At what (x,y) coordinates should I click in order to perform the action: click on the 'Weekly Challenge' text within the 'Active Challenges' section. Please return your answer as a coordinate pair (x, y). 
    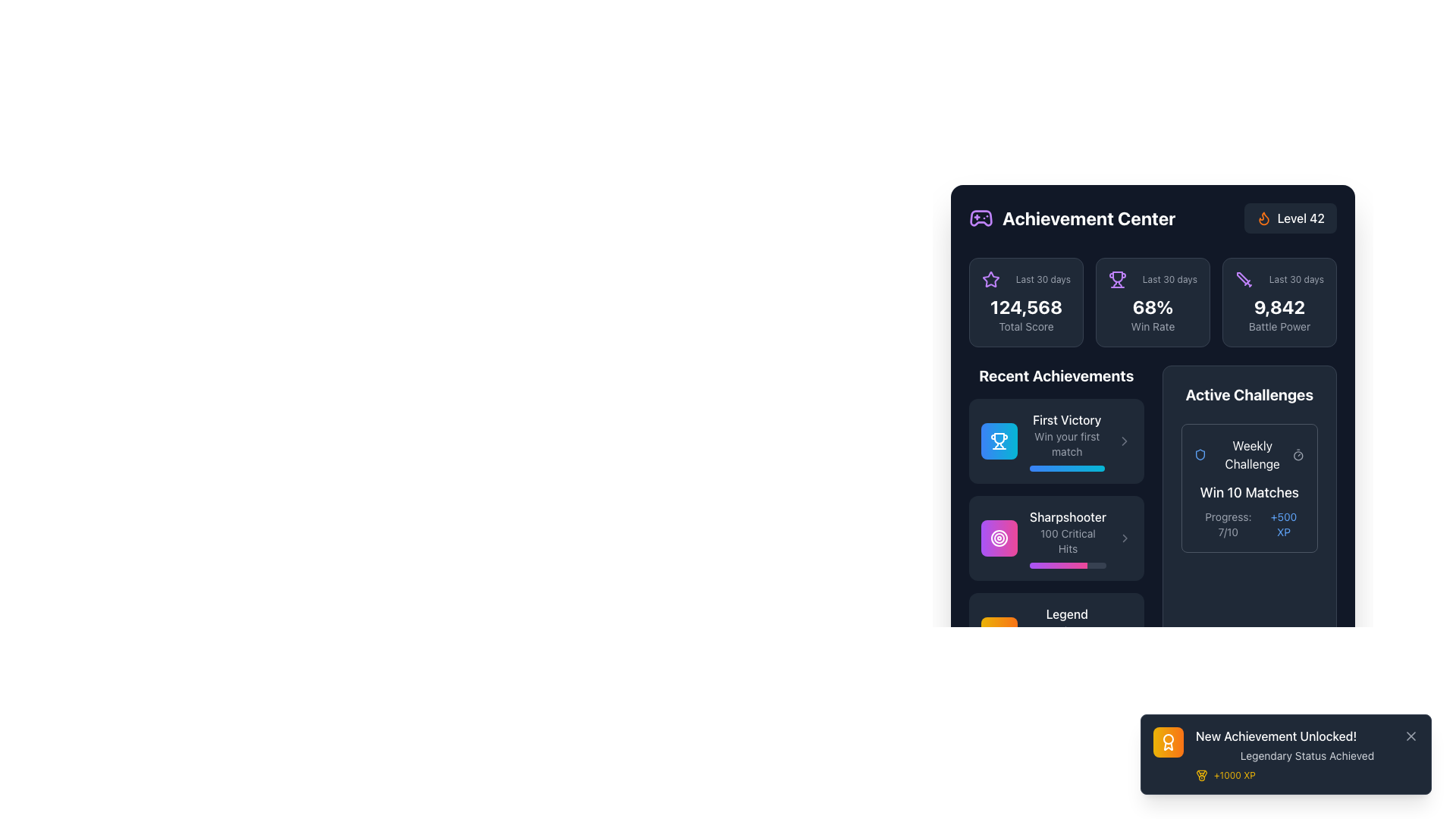
    Looking at the image, I should click on (1243, 454).